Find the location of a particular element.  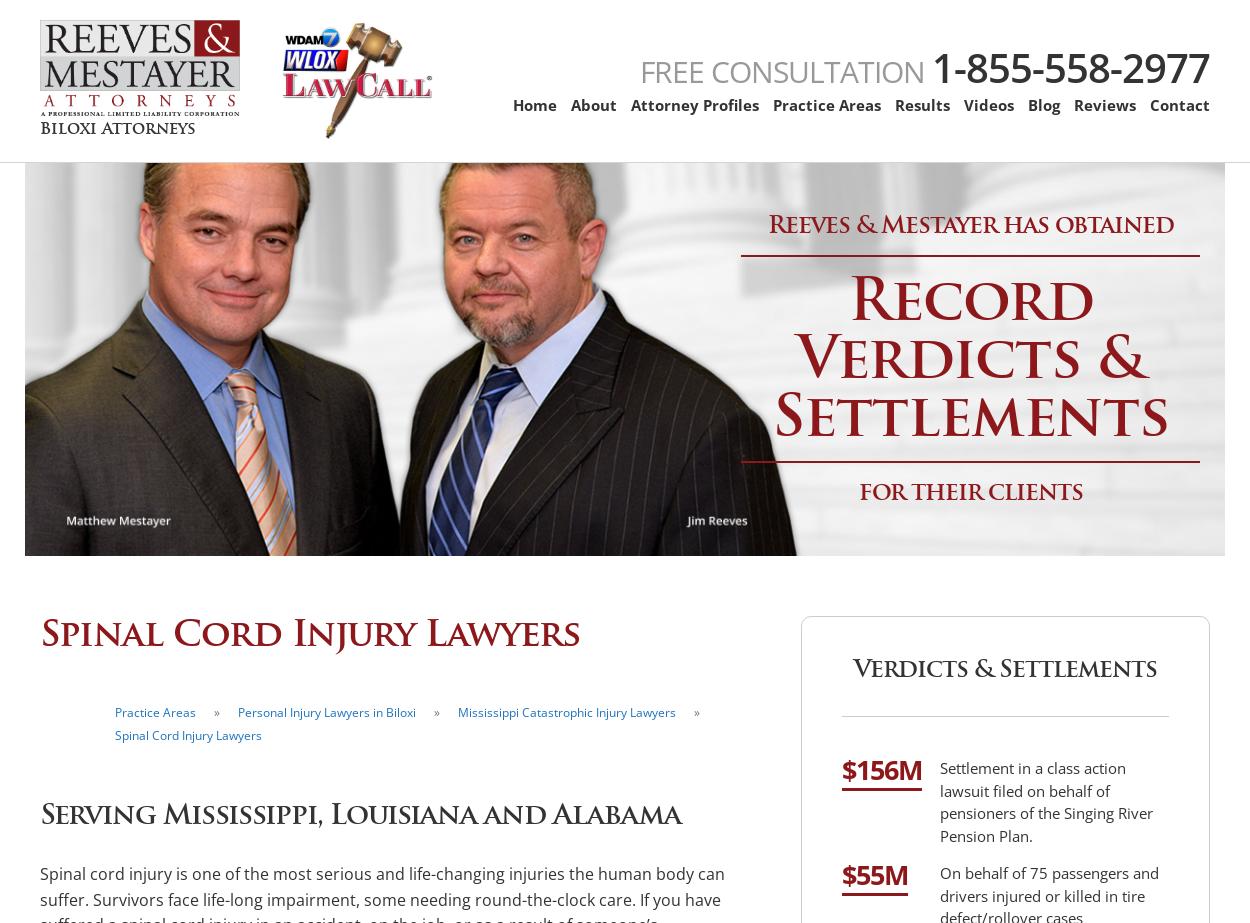

'for their clients' is located at coordinates (969, 489).